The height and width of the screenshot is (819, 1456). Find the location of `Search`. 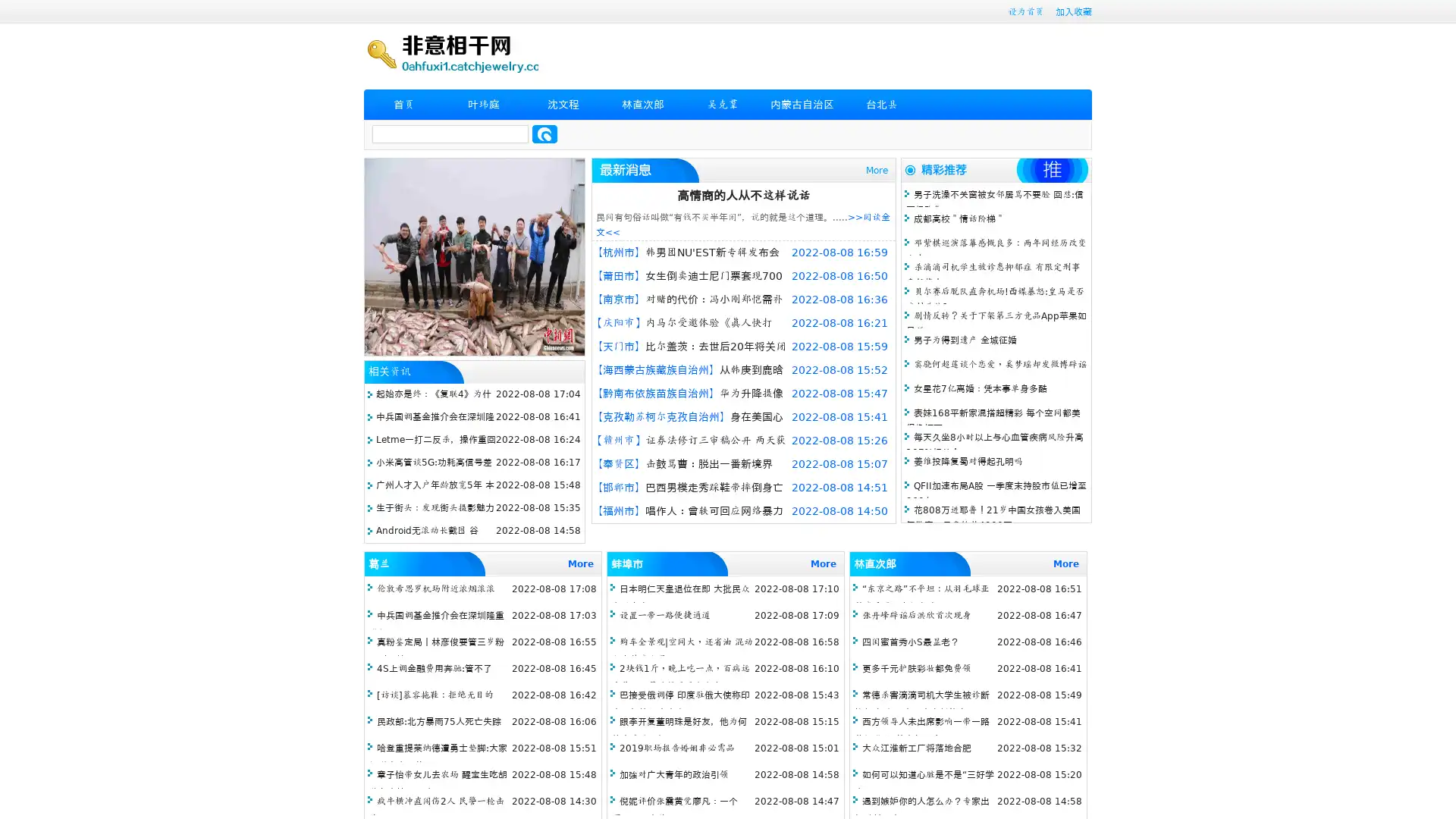

Search is located at coordinates (544, 133).